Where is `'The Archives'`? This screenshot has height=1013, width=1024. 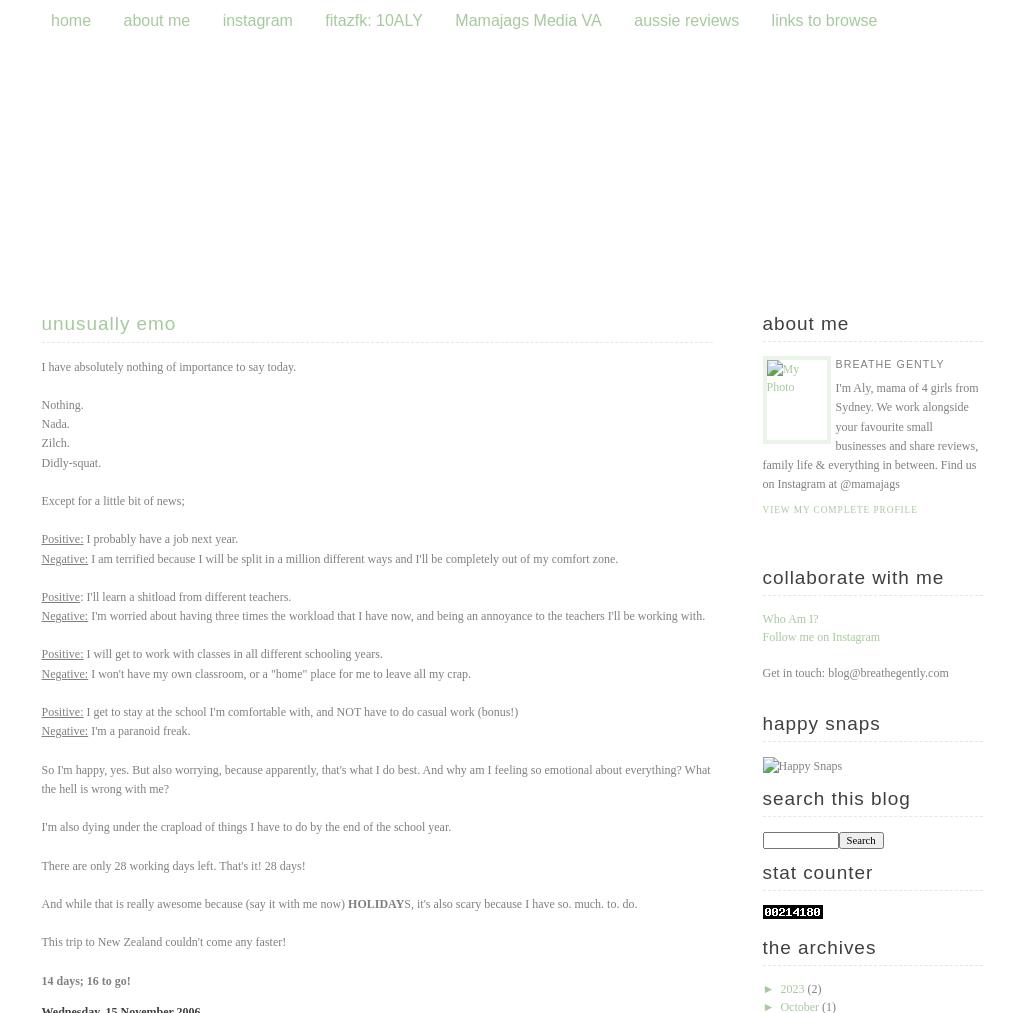
'The Archives' is located at coordinates (760, 946).